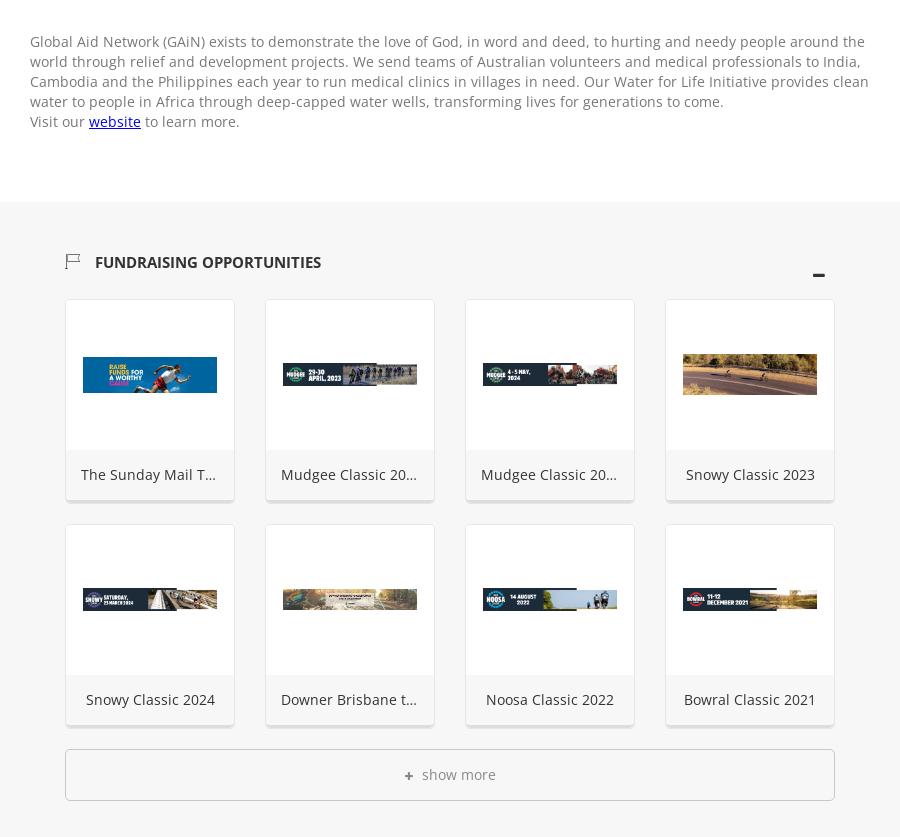  I want to click on 'Noosa Classic 2022', so click(548, 698).